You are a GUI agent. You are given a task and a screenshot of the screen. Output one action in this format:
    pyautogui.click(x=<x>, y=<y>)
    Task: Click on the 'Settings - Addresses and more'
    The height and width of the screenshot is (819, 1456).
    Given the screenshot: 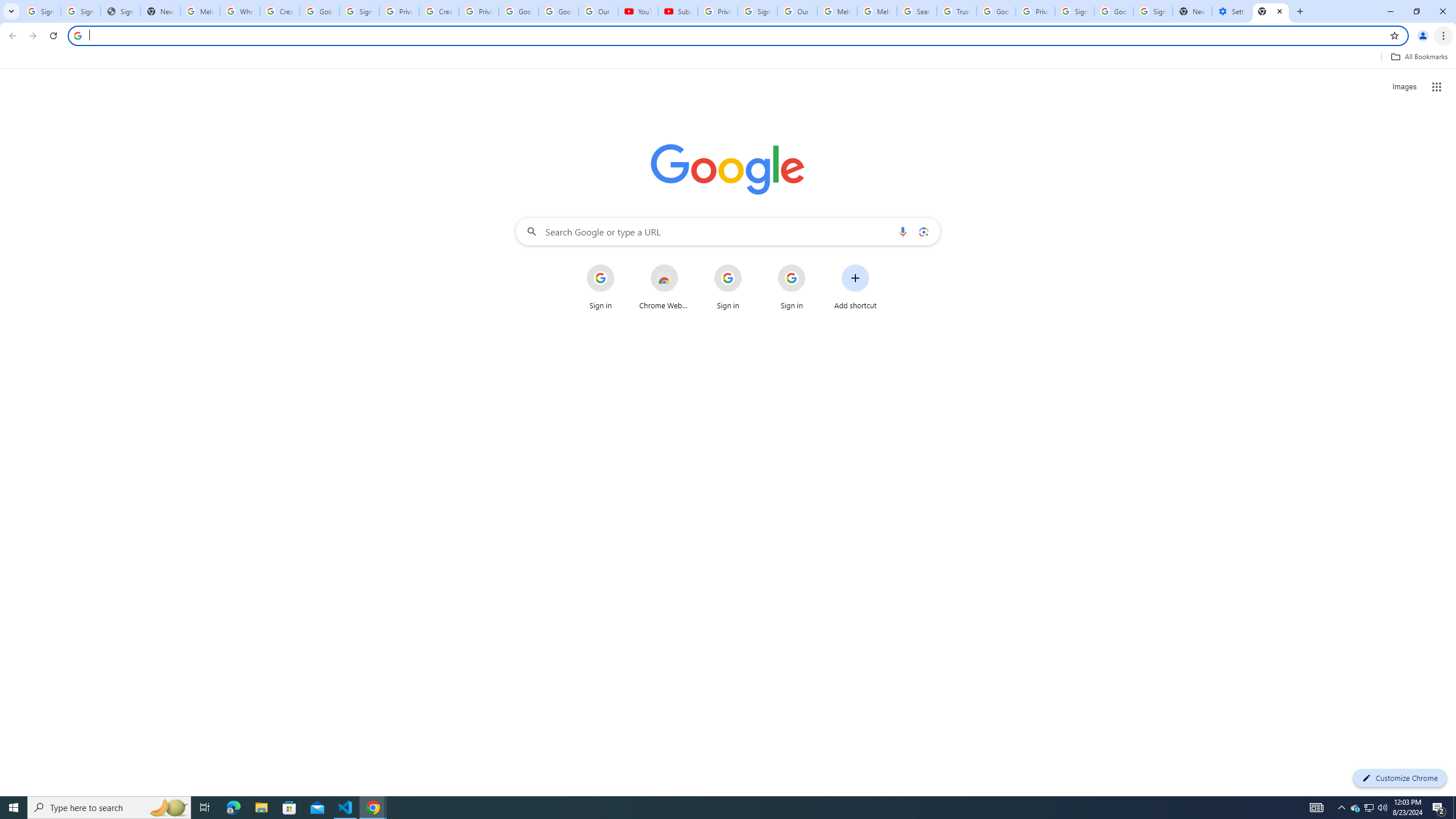 What is the action you would take?
    pyautogui.click(x=1231, y=11)
    